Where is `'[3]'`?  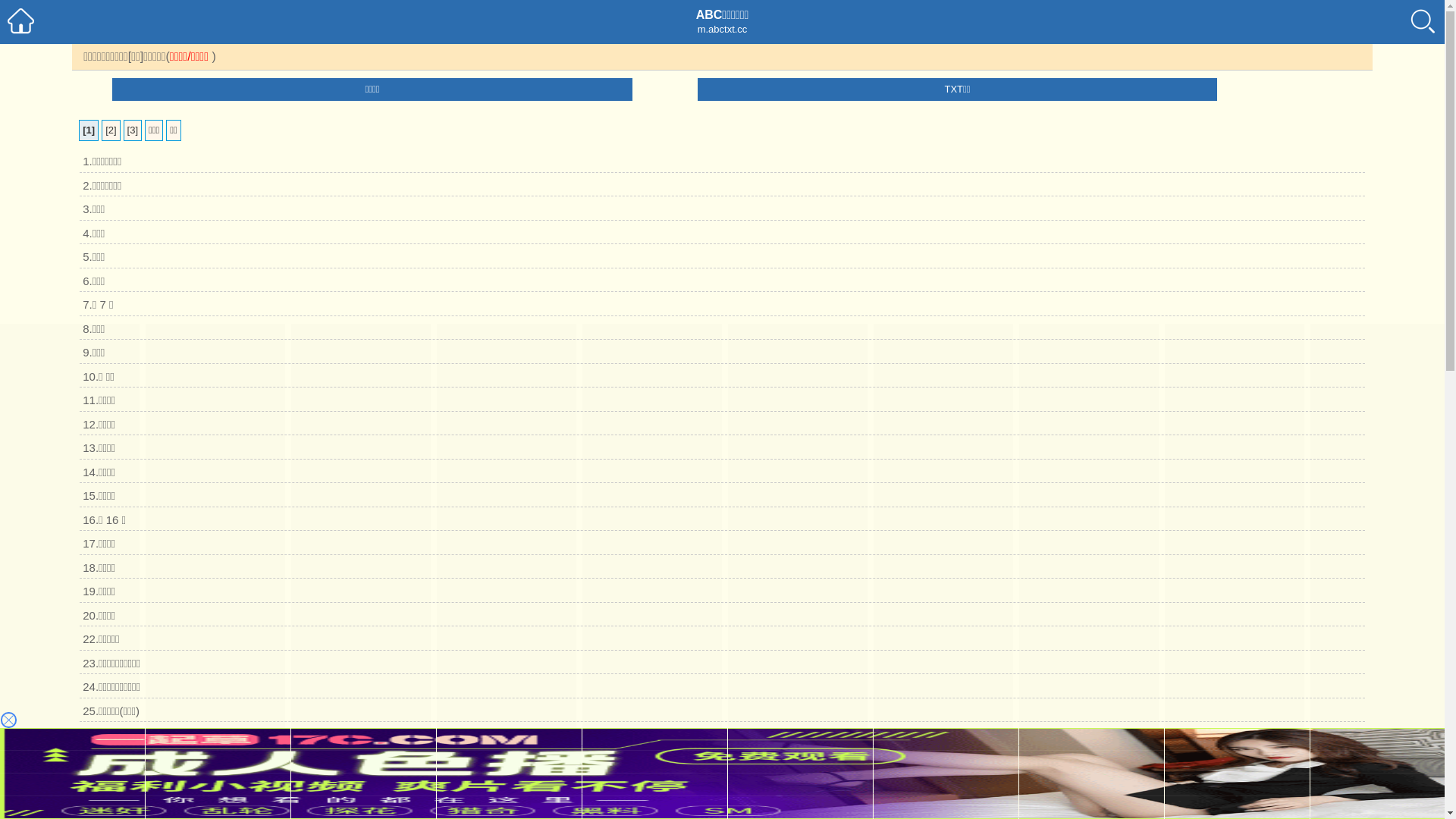
'[3]' is located at coordinates (132, 130).